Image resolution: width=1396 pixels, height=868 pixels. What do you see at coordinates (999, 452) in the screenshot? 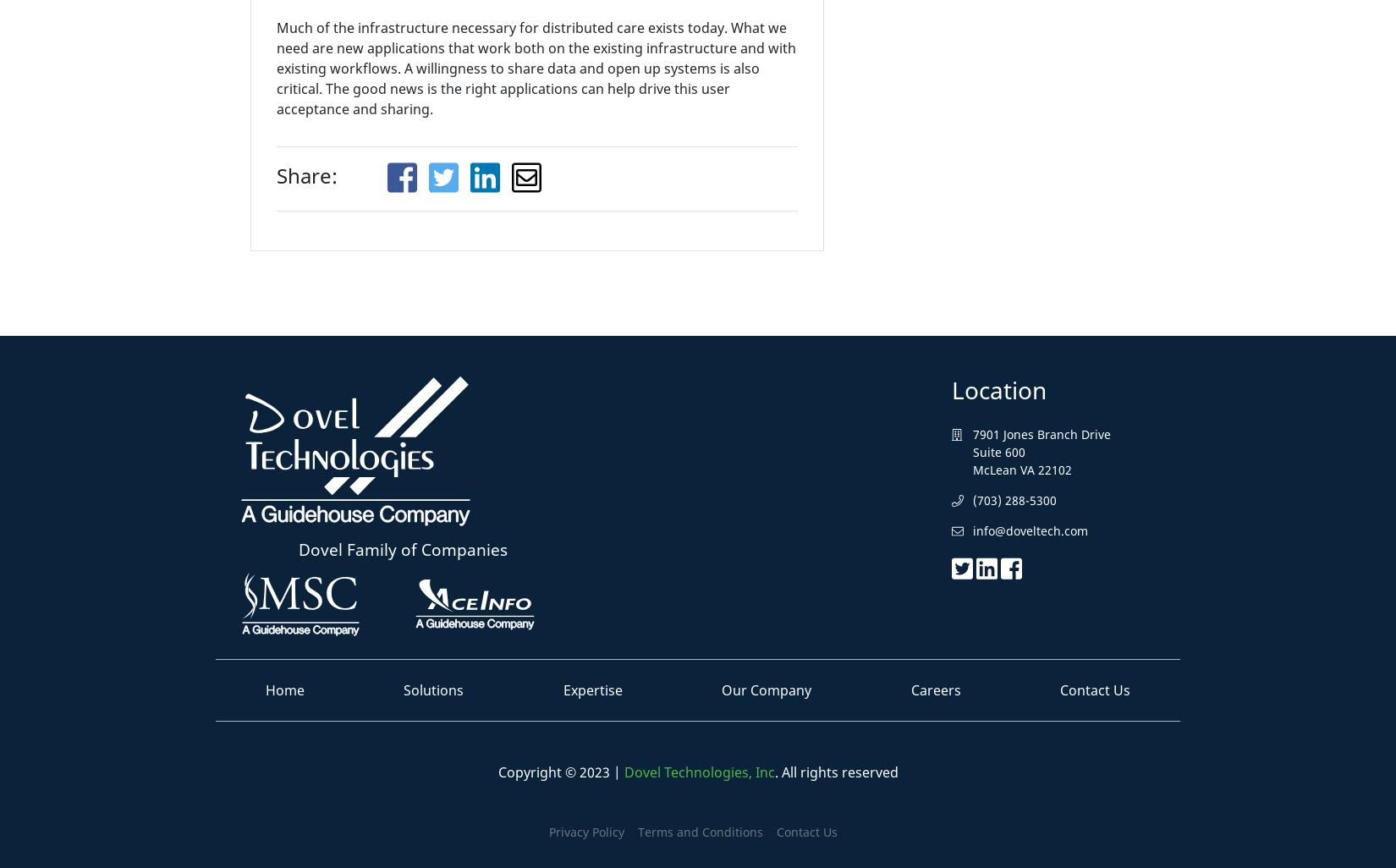
I see `'Suite 600'` at bounding box center [999, 452].